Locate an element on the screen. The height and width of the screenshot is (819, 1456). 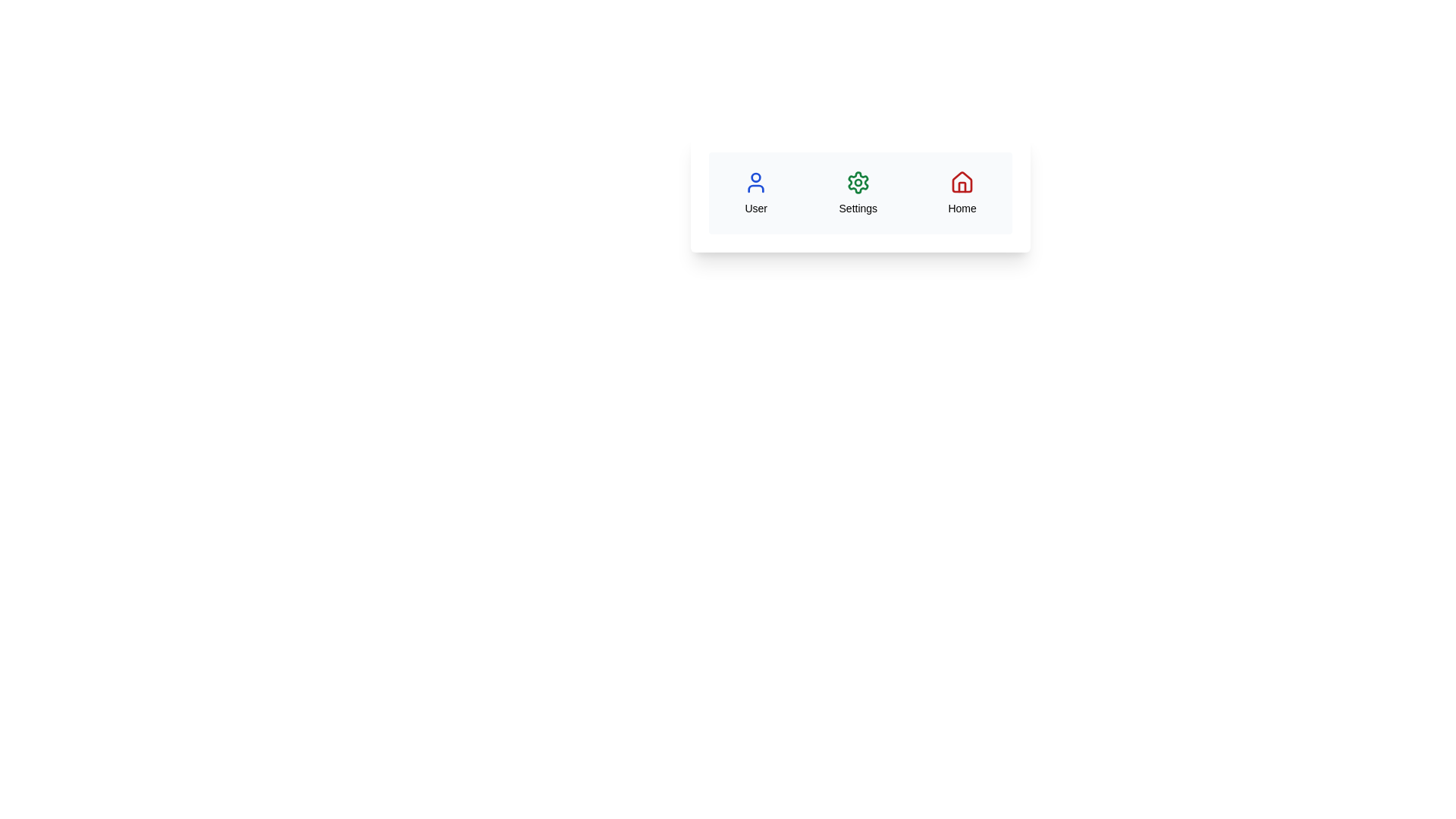
the gear icon representing settings is located at coordinates (858, 181).